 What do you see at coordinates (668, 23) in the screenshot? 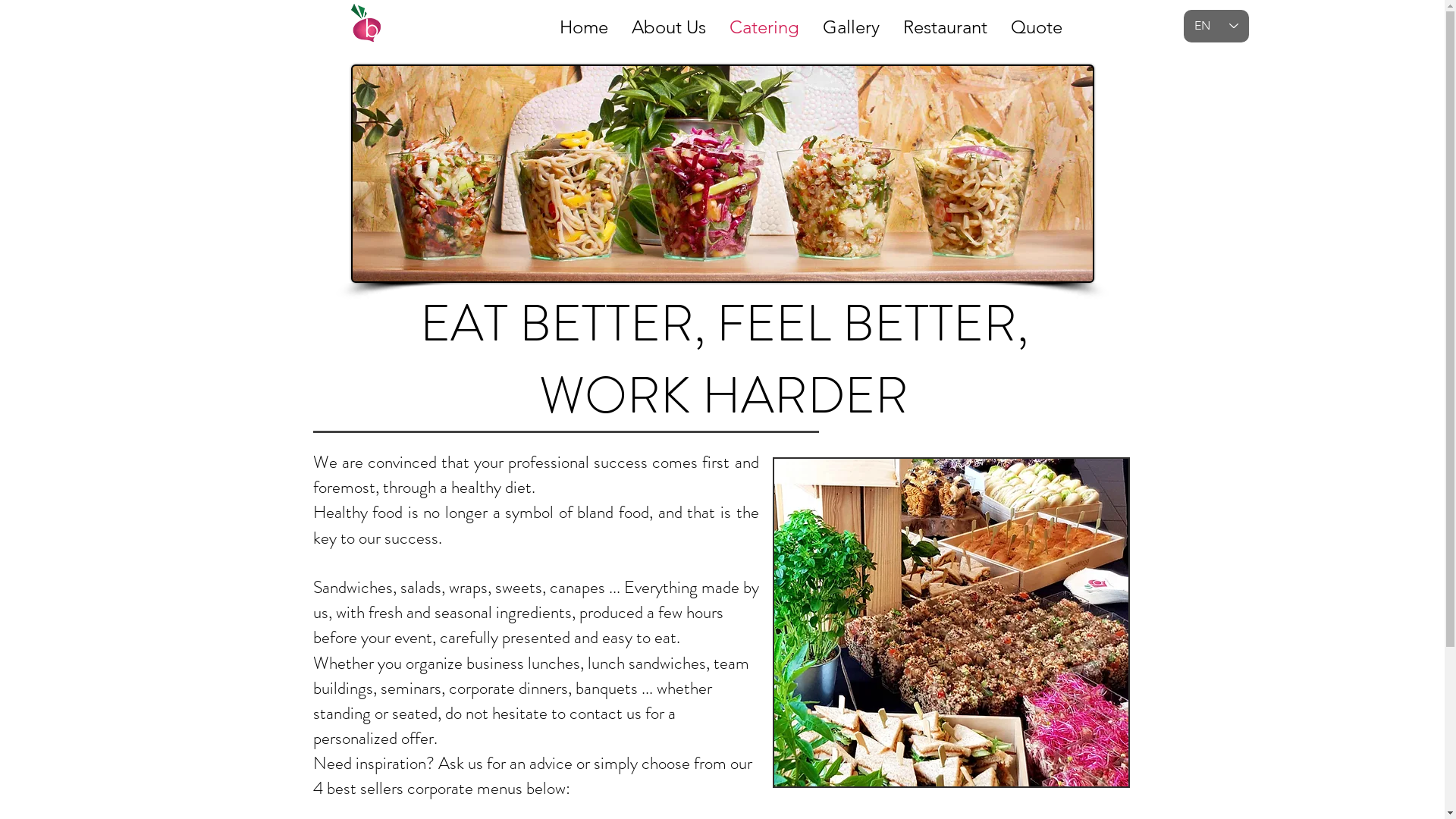
I see `'About Us'` at bounding box center [668, 23].